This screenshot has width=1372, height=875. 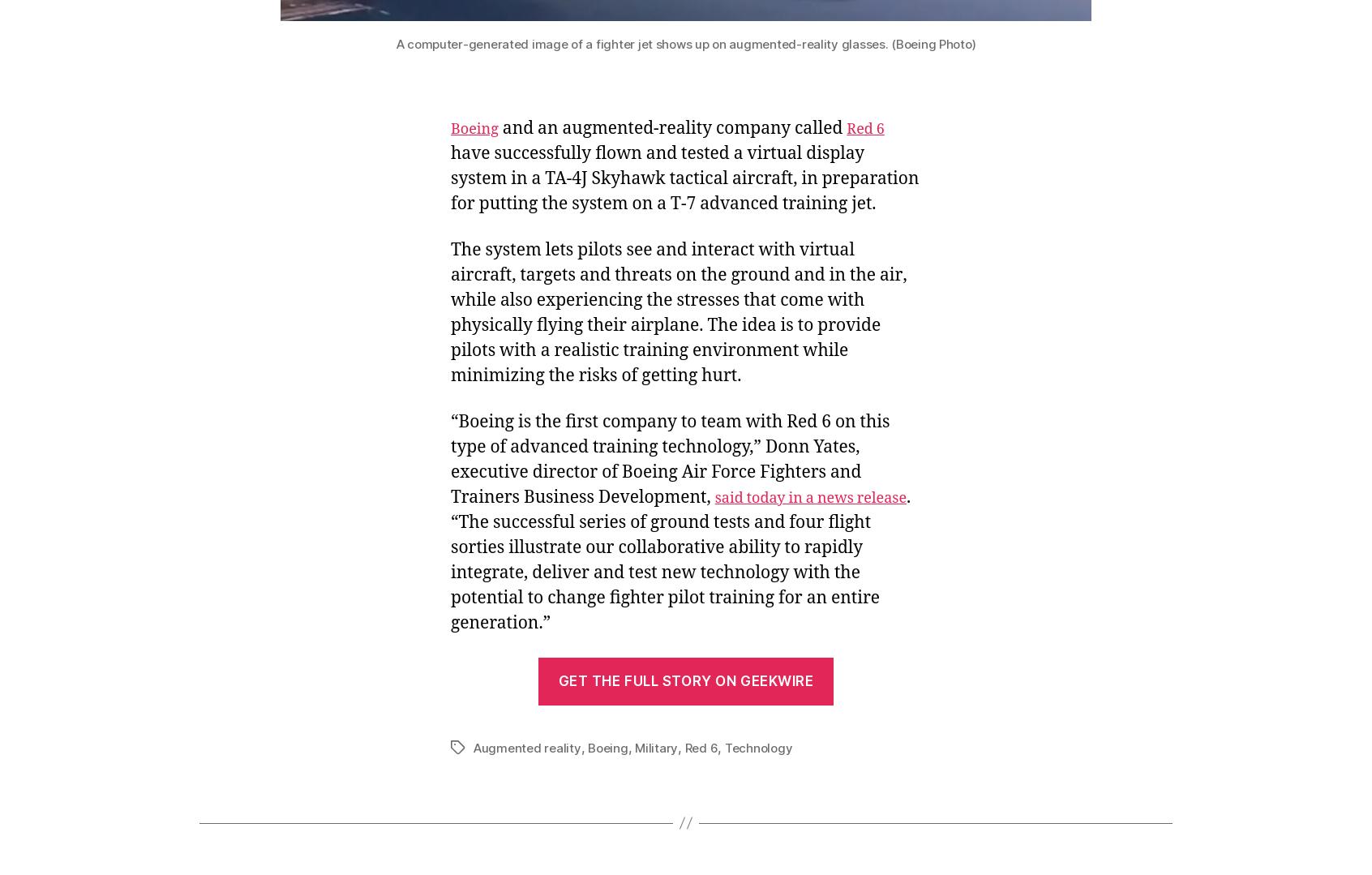 What do you see at coordinates (199, 132) in the screenshot?
I see `'Personal Links'` at bounding box center [199, 132].